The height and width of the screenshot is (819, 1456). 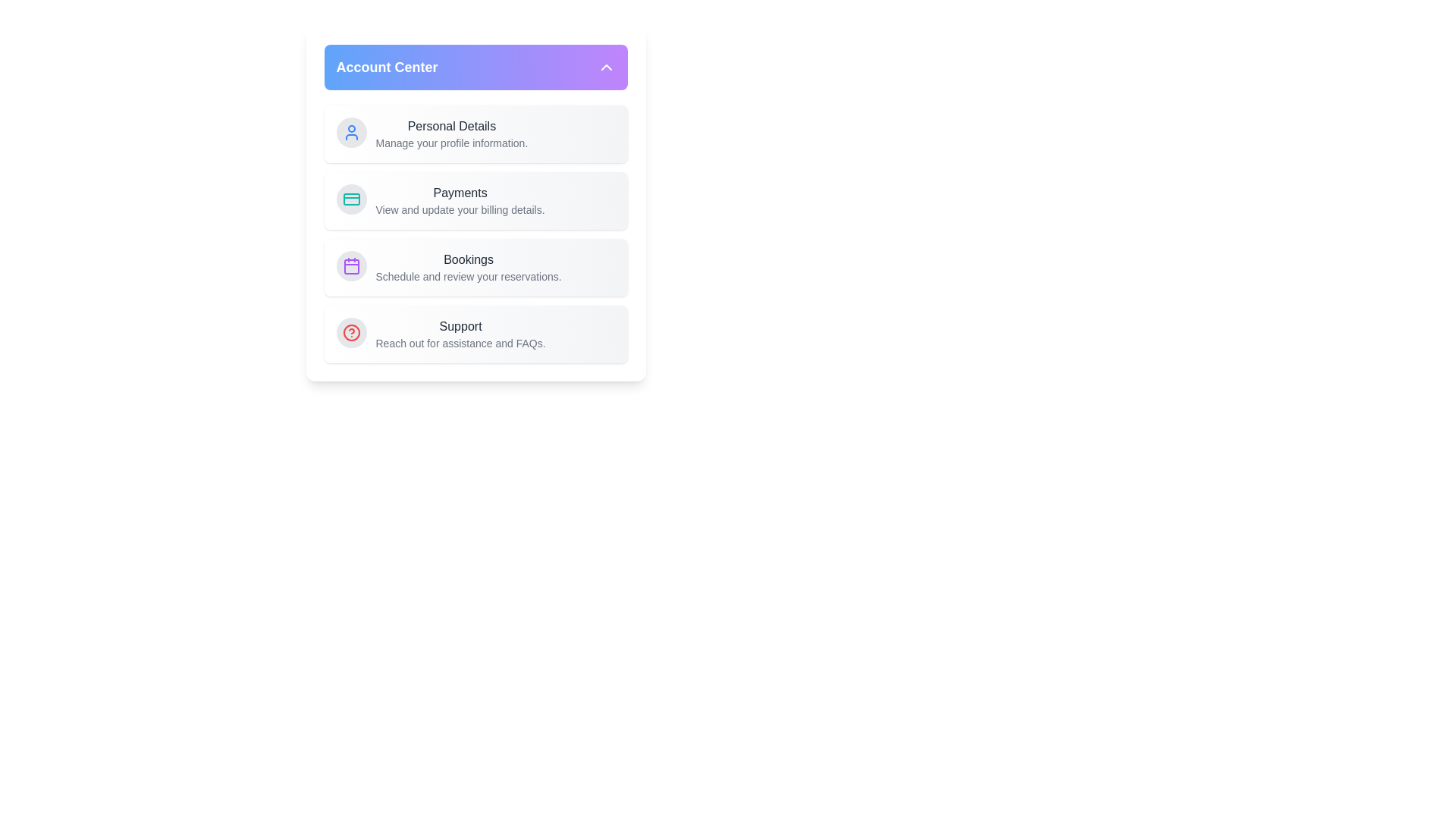 I want to click on the header button to toggle the menu open/close state, so click(x=475, y=66).